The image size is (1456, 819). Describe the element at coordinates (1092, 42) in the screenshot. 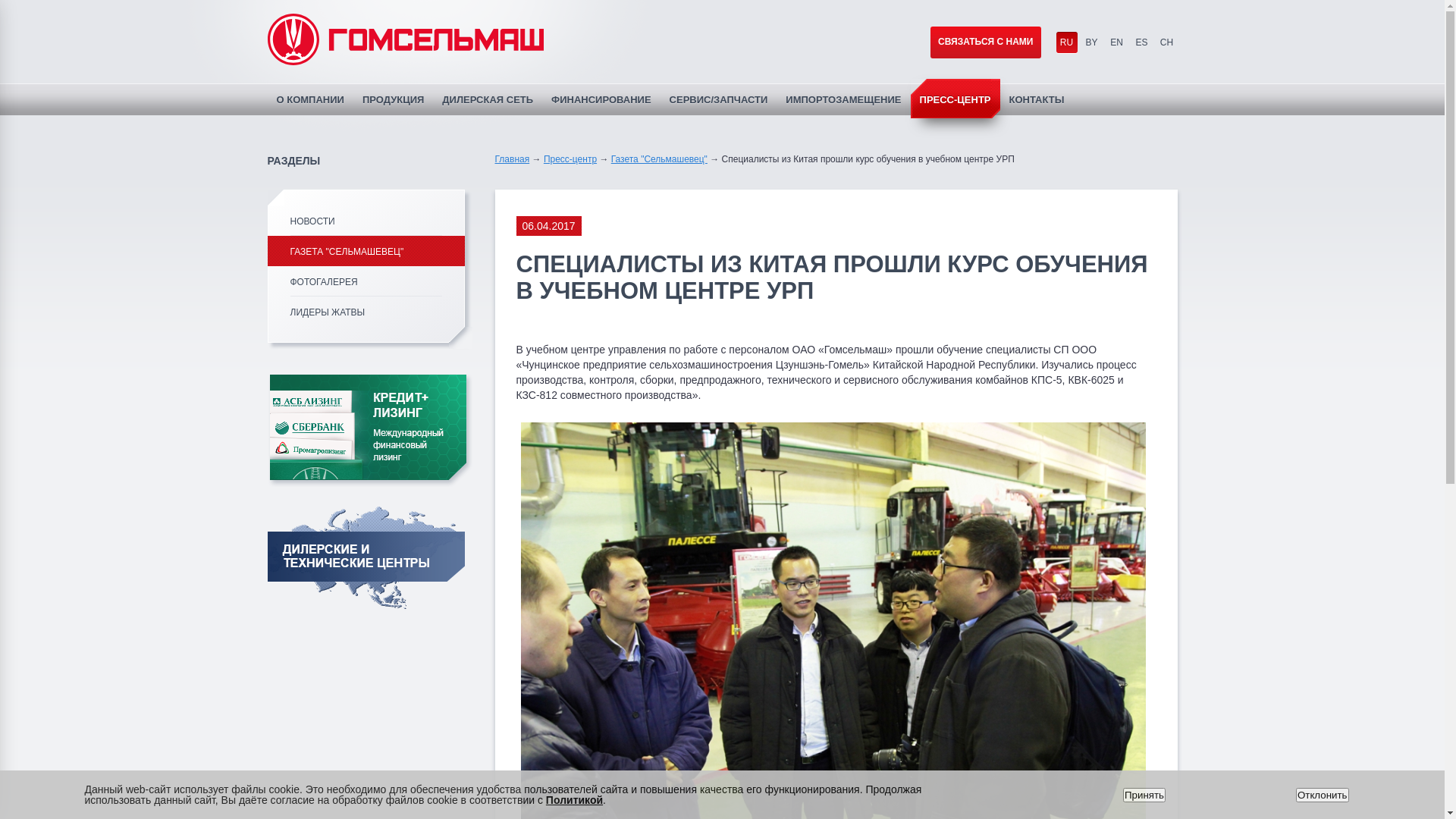

I see `'BY'` at that location.